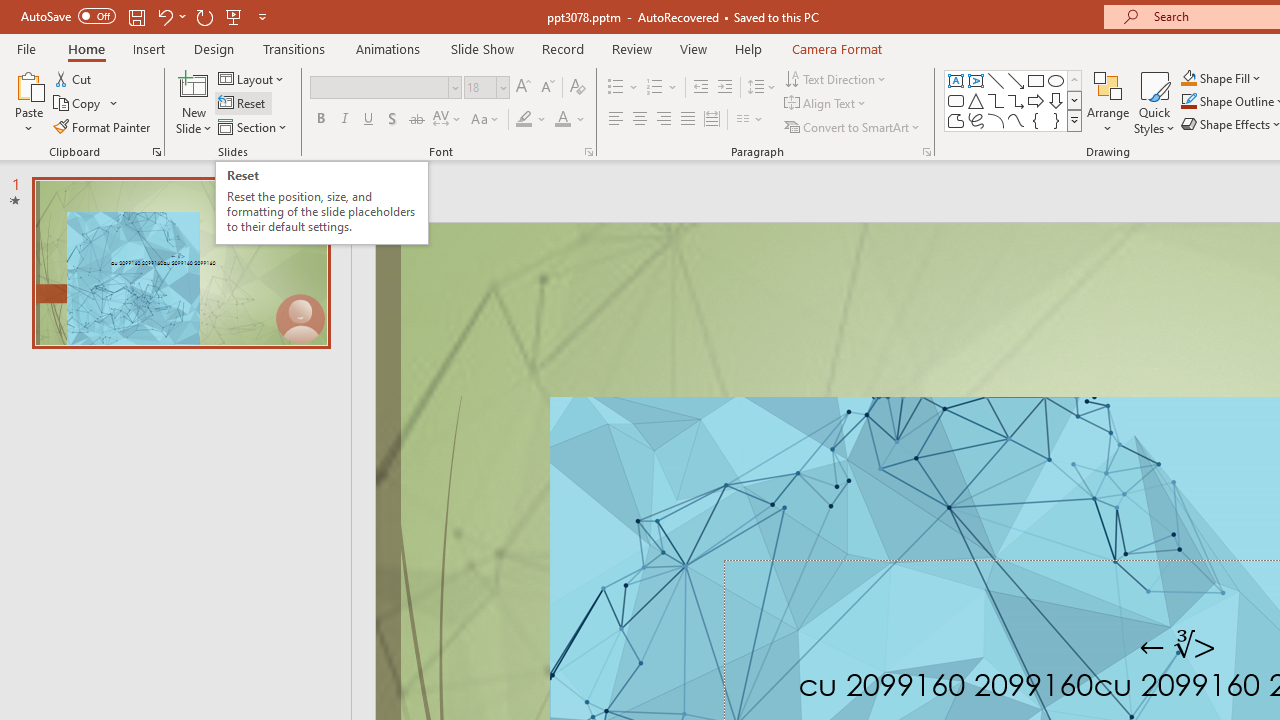 This screenshot has width=1280, height=720. What do you see at coordinates (253, 127) in the screenshot?
I see `'Section'` at bounding box center [253, 127].